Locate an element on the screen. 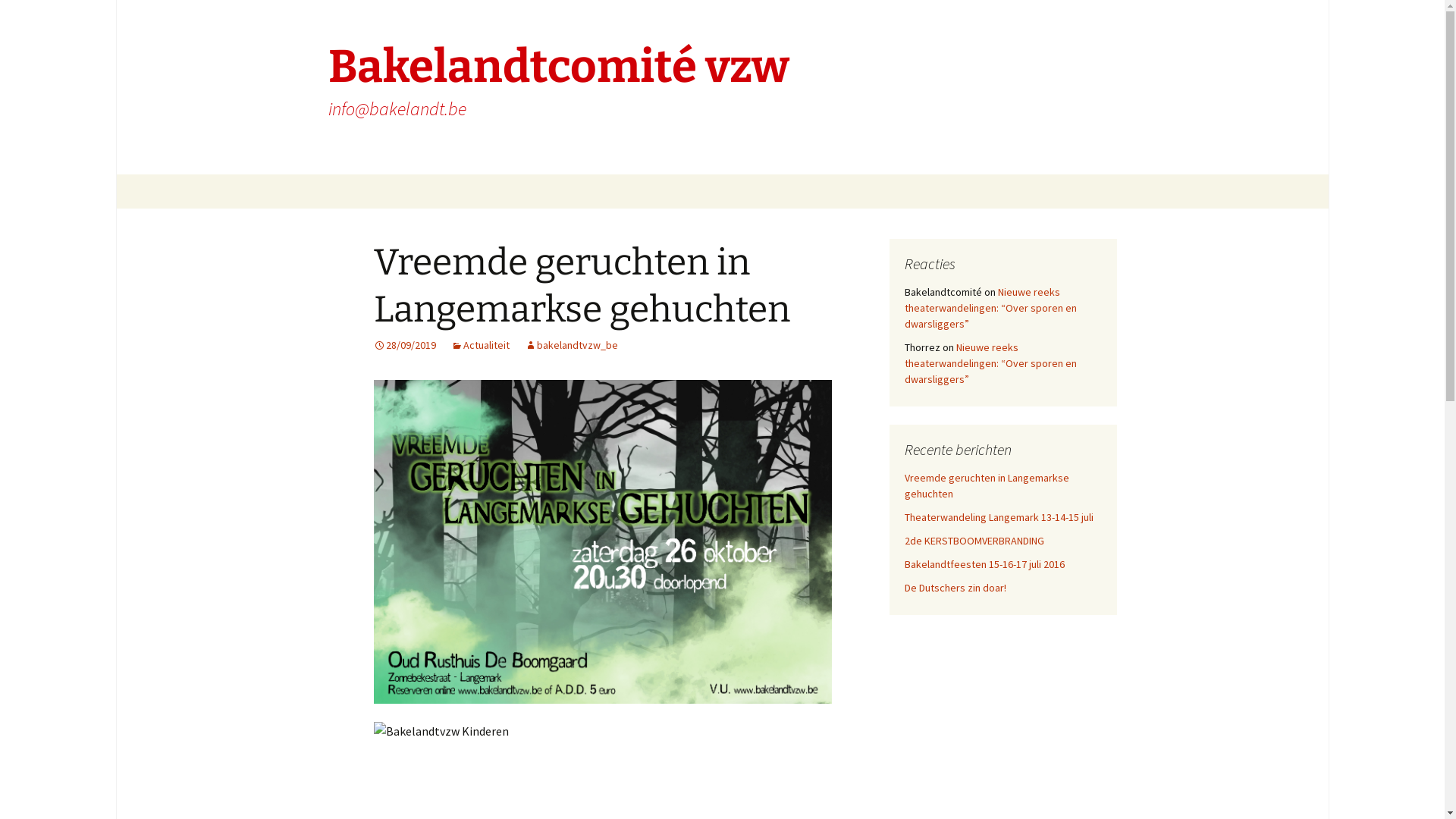 Image resolution: width=1456 pixels, height=819 pixels. 'De Dutschers zin doar!' is located at coordinates (953, 587).